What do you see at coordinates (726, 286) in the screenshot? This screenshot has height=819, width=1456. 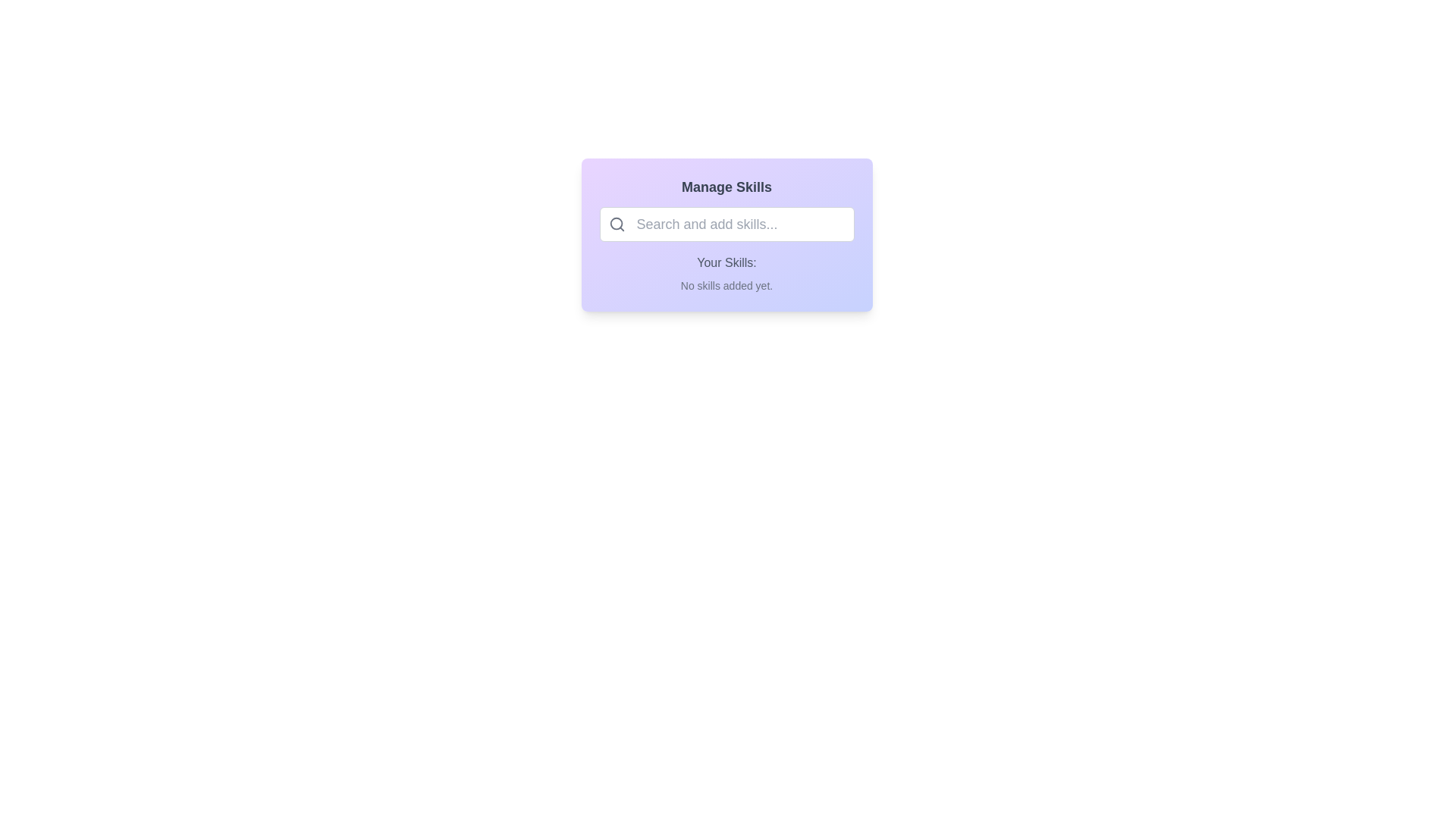 I see `the informational text label that says 'No skills added yet.' located below the 'Your Skills:' label in the skill management section` at bounding box center [726, 286].